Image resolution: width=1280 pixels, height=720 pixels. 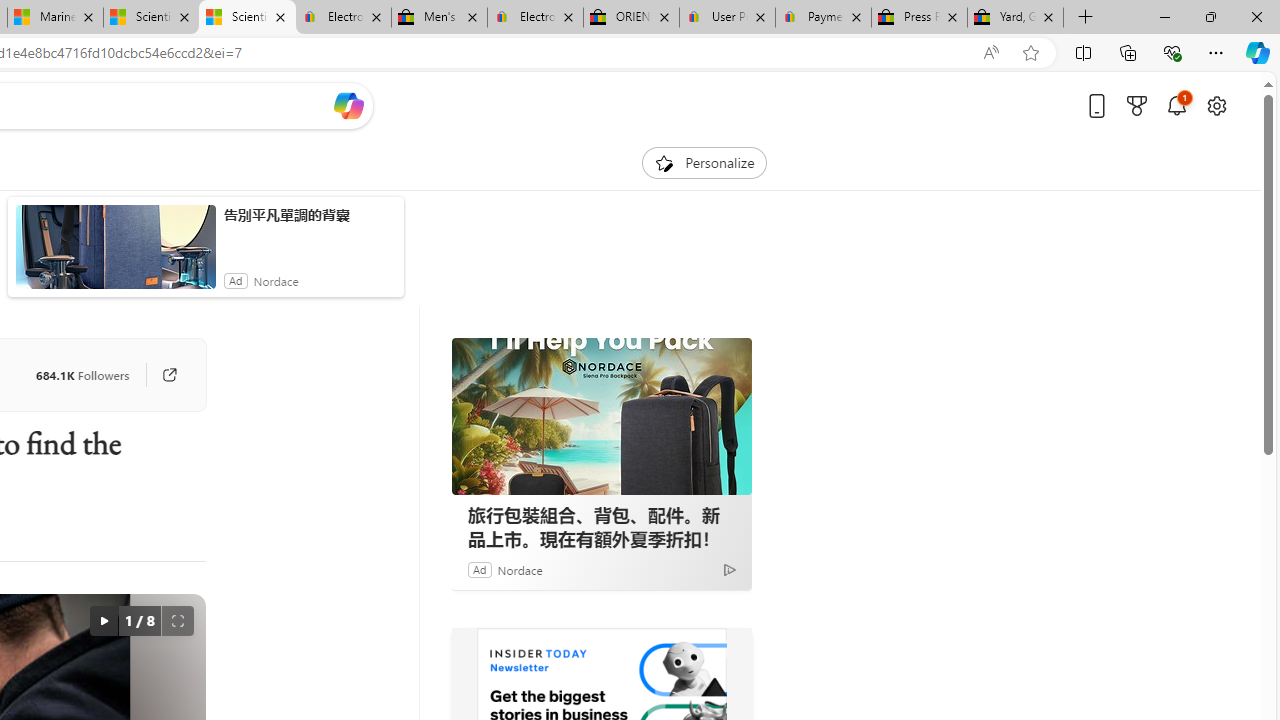 What do you see at coordinates (114, 254) in the screenshot?
I see `'anim-content'` at bounding box center [114, 254].